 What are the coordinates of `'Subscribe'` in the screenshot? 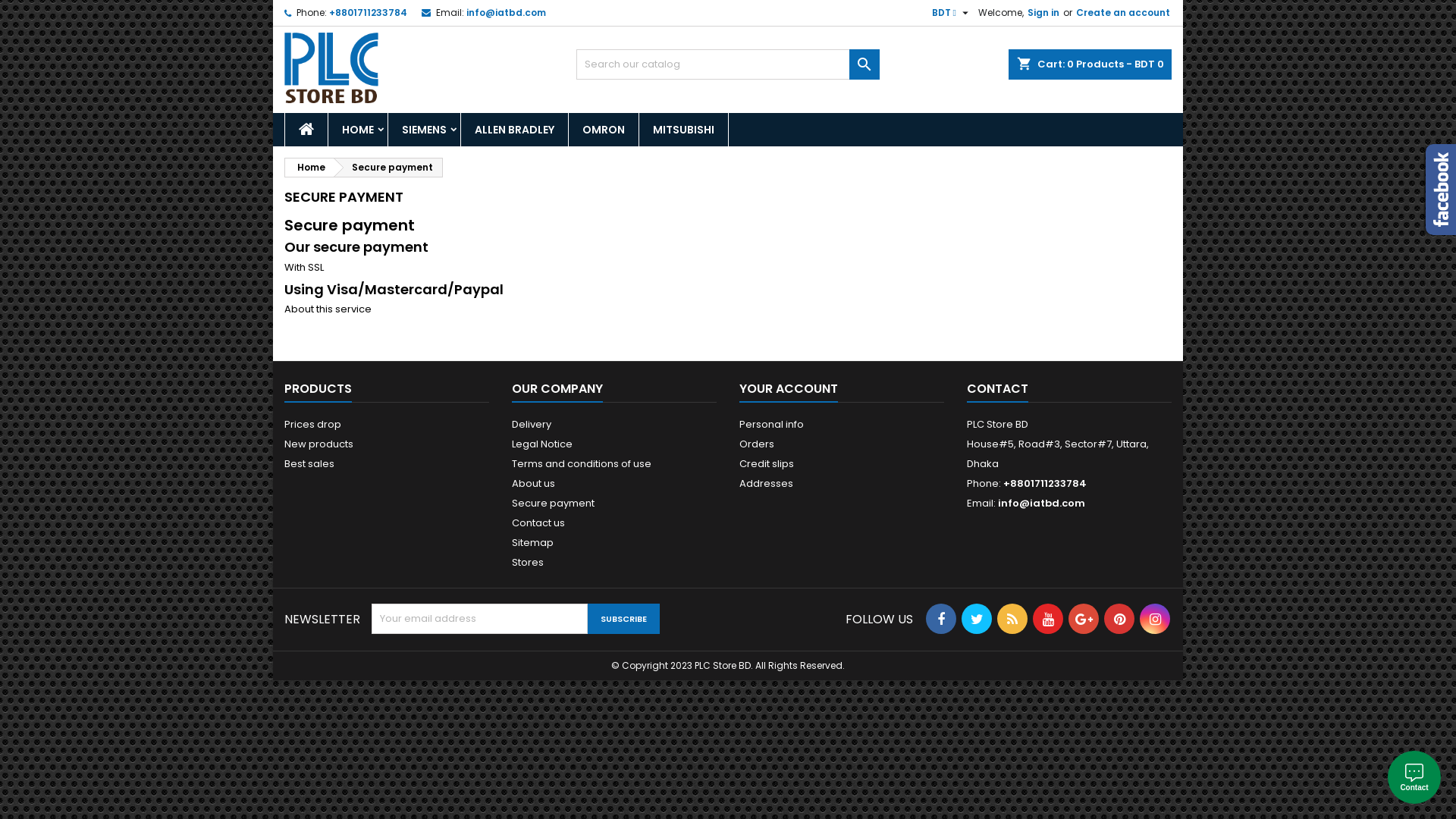 It's located at (623, 619).